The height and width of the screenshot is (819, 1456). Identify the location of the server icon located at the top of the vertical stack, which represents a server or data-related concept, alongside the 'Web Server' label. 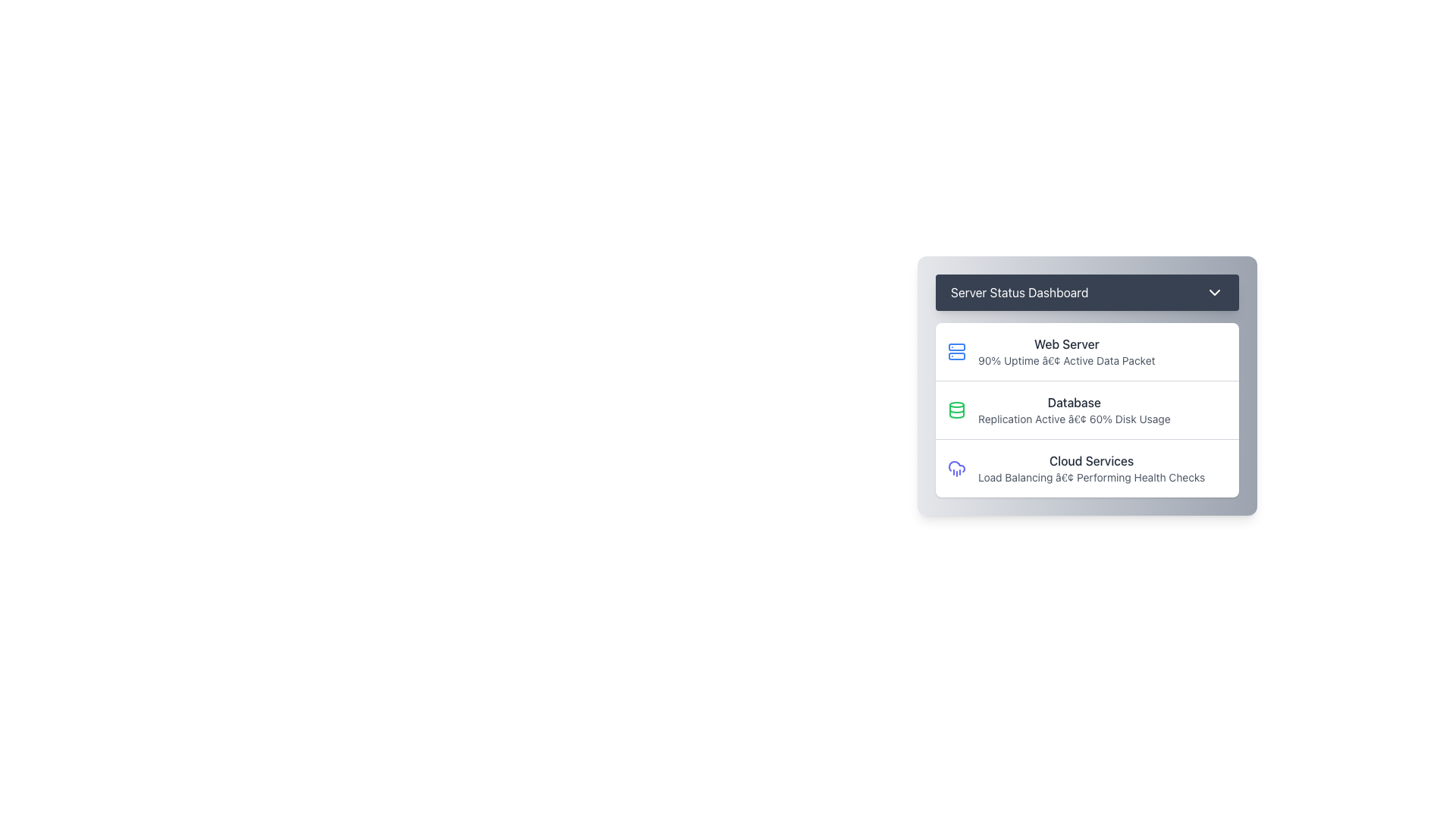
(956, 347).